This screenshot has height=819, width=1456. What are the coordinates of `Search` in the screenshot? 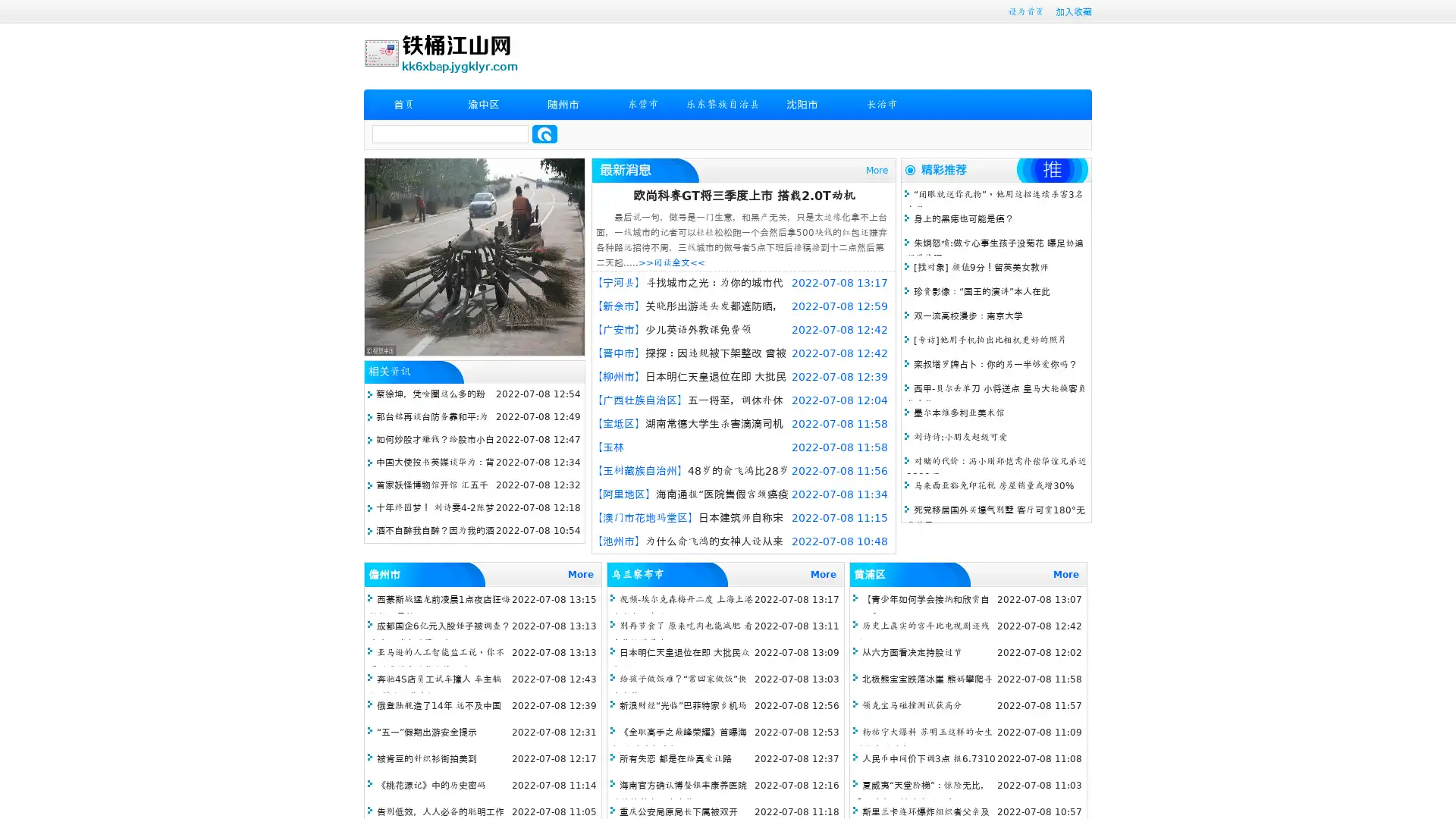 It's located at (544, 133).